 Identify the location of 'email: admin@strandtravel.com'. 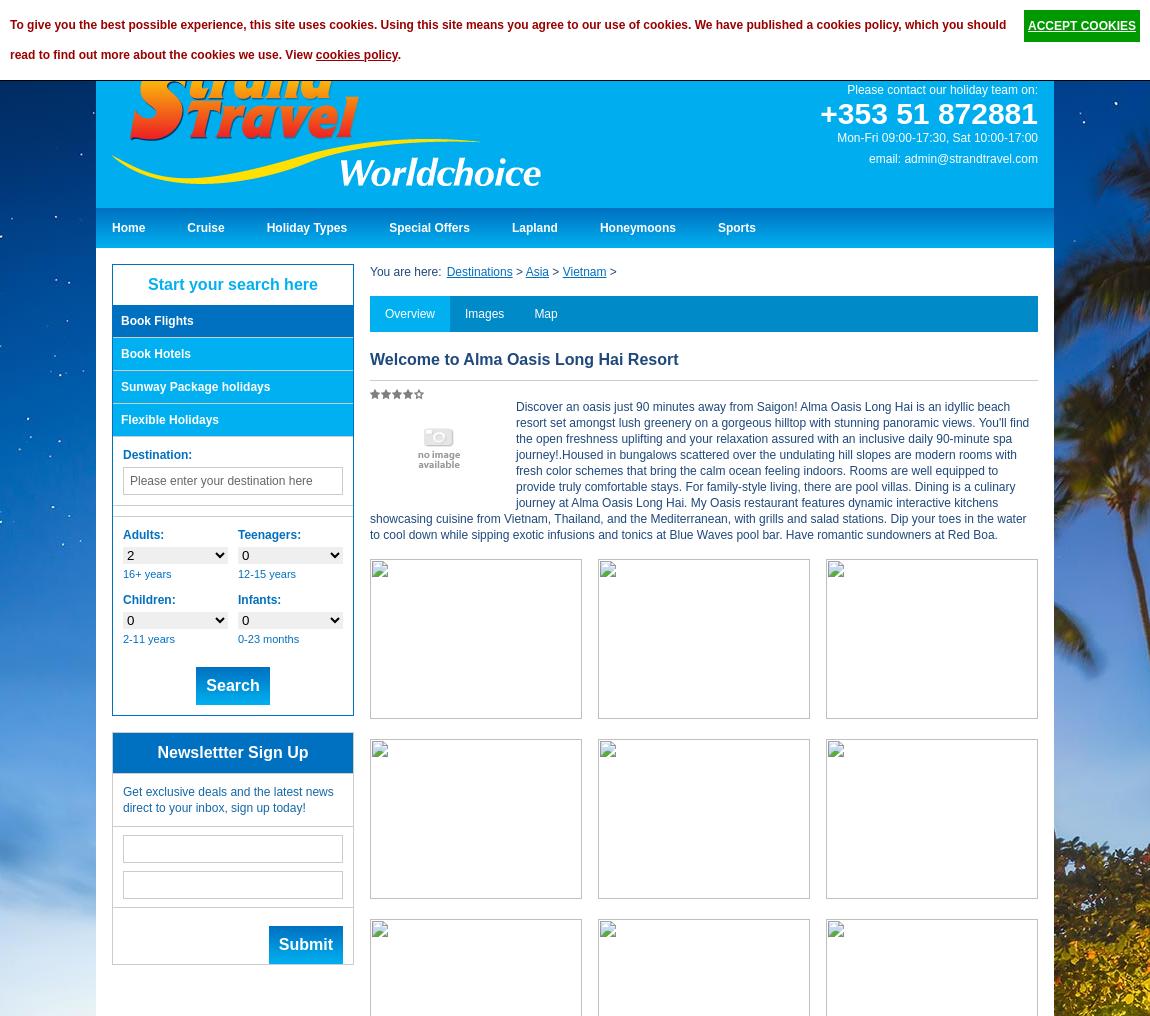
(953, 156).